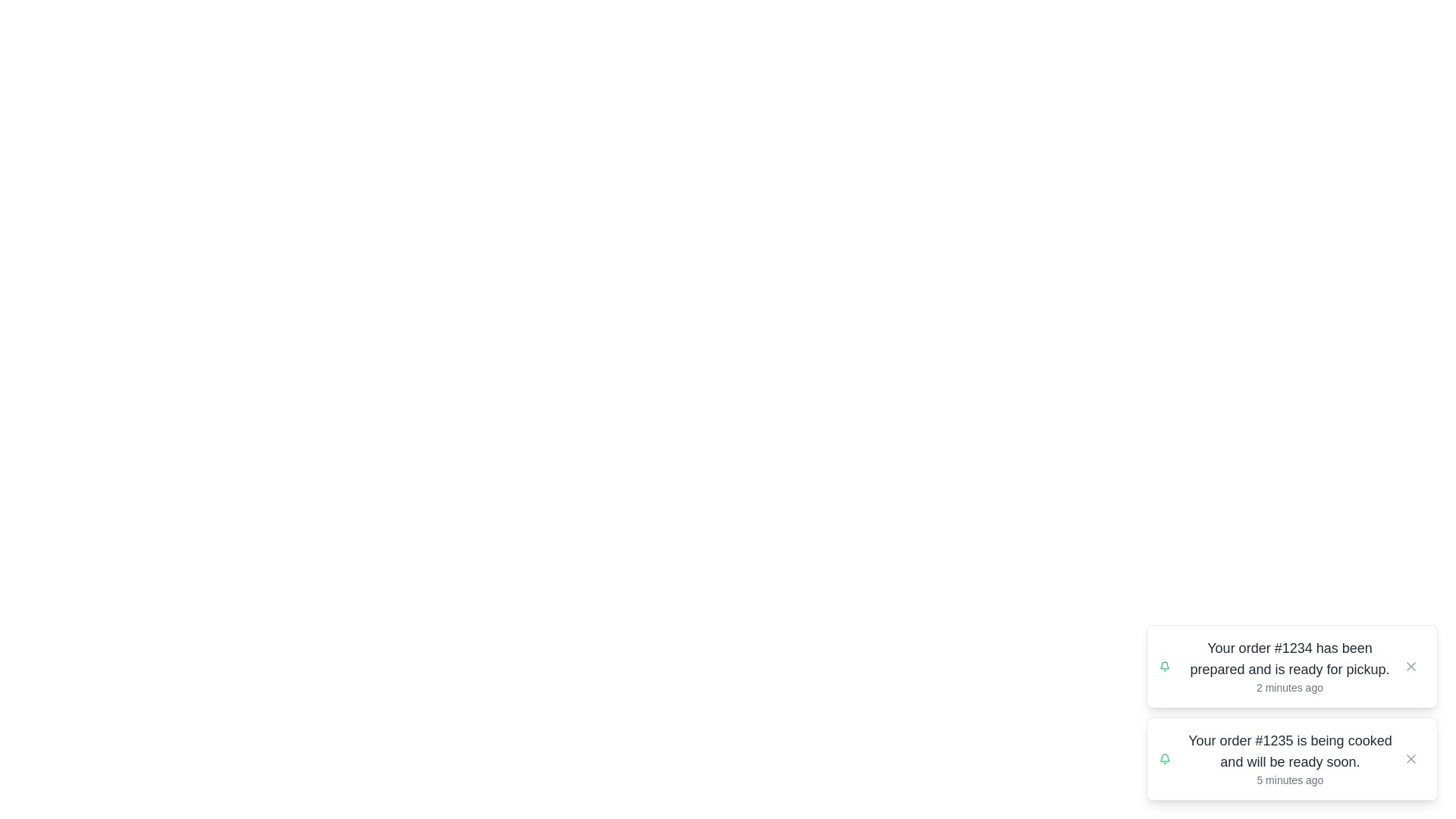 This screenshot has width=1456, height=819. Describe the element at coordinates (1410, 666) in the screenshot. I see `the close button located at the top right corner of the notification card to change its color to red` at that location.